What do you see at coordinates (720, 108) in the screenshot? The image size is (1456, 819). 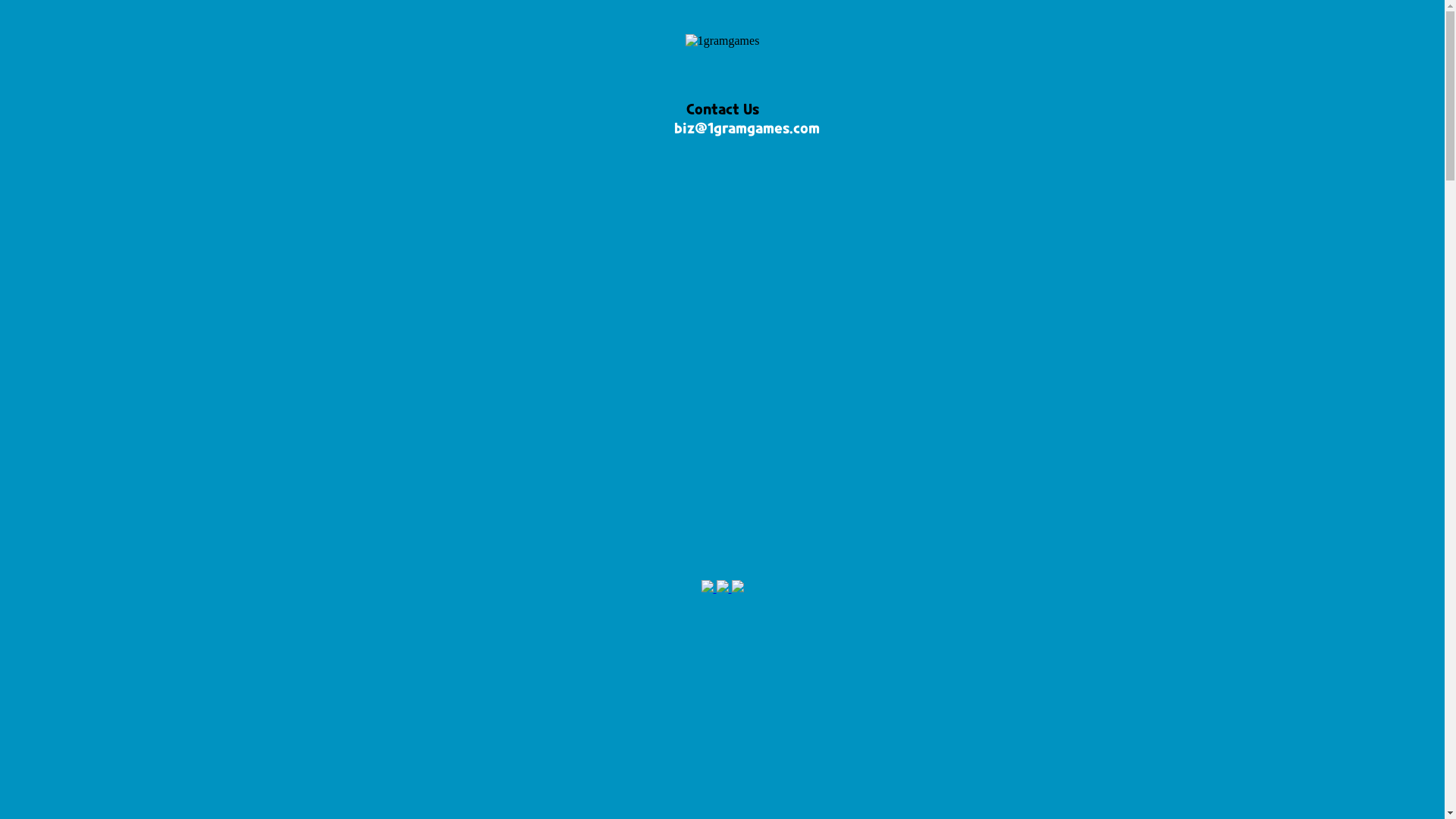 I see `'Contact Us'` at bounding box center [720, 108].